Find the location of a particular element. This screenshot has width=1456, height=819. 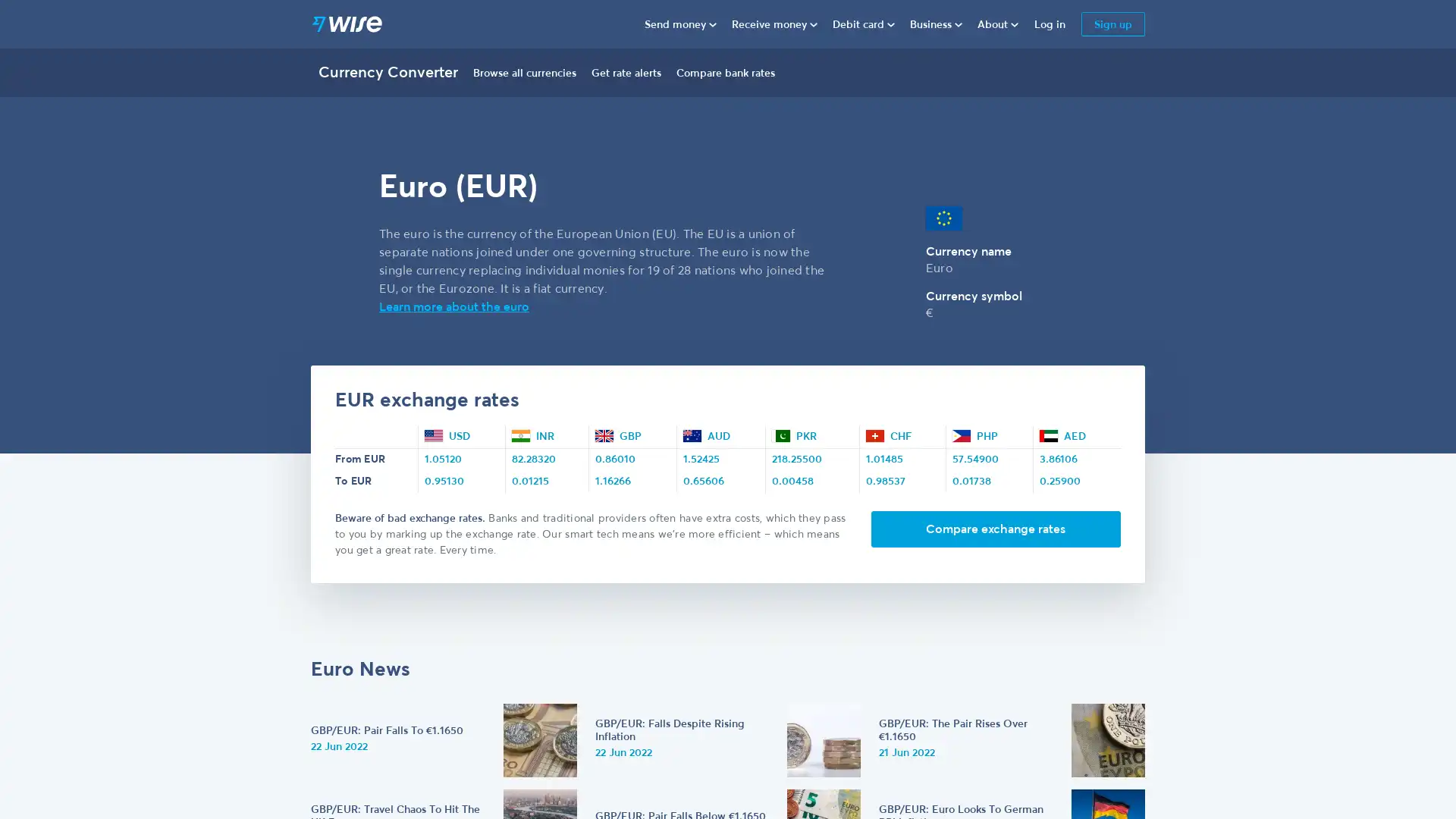

Compare exchange rates is located at coordinates (995, 528).